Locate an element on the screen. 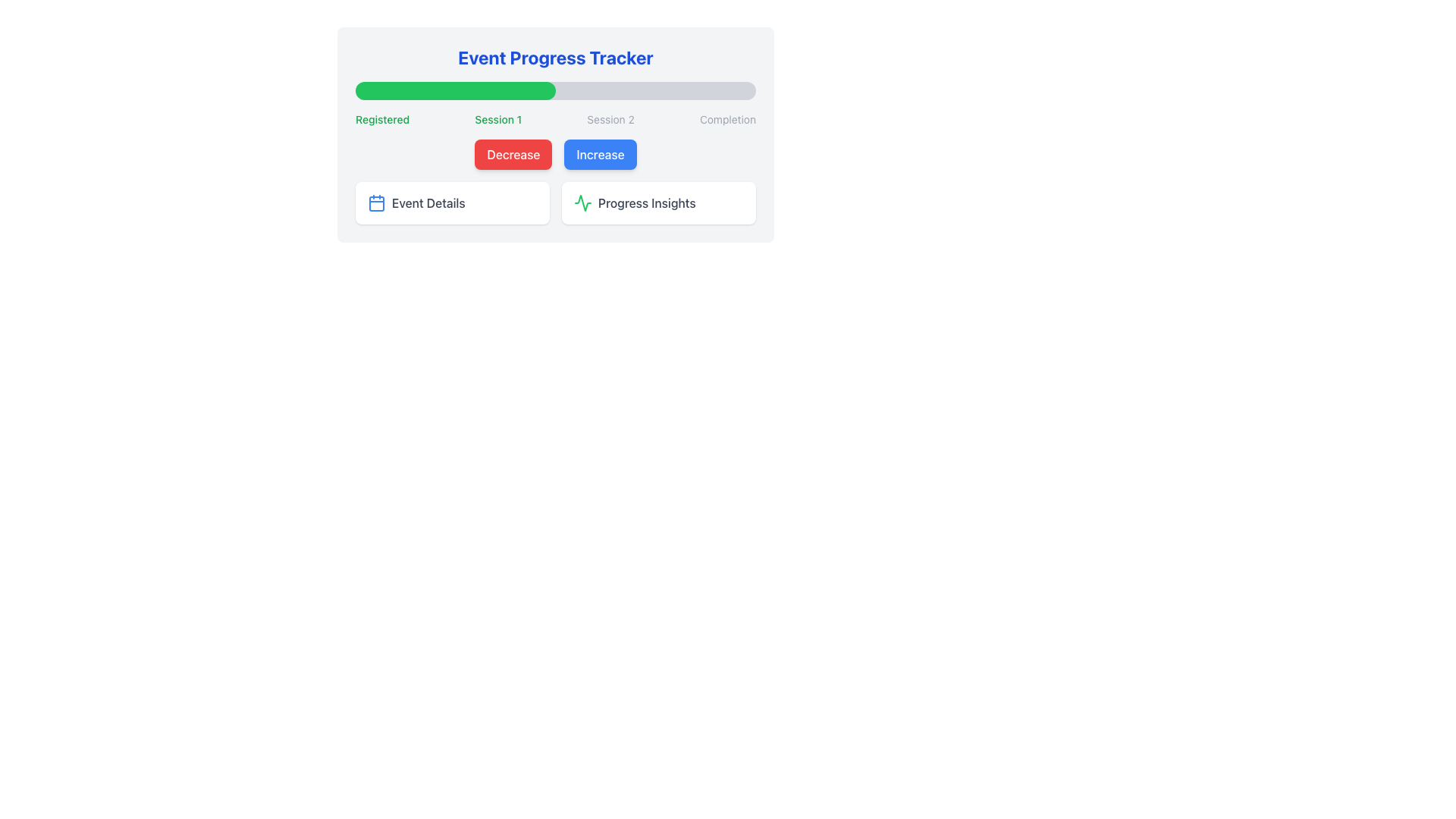  the progress insights icon located at the bottom-right of the section is located at coordinates (582, 202).